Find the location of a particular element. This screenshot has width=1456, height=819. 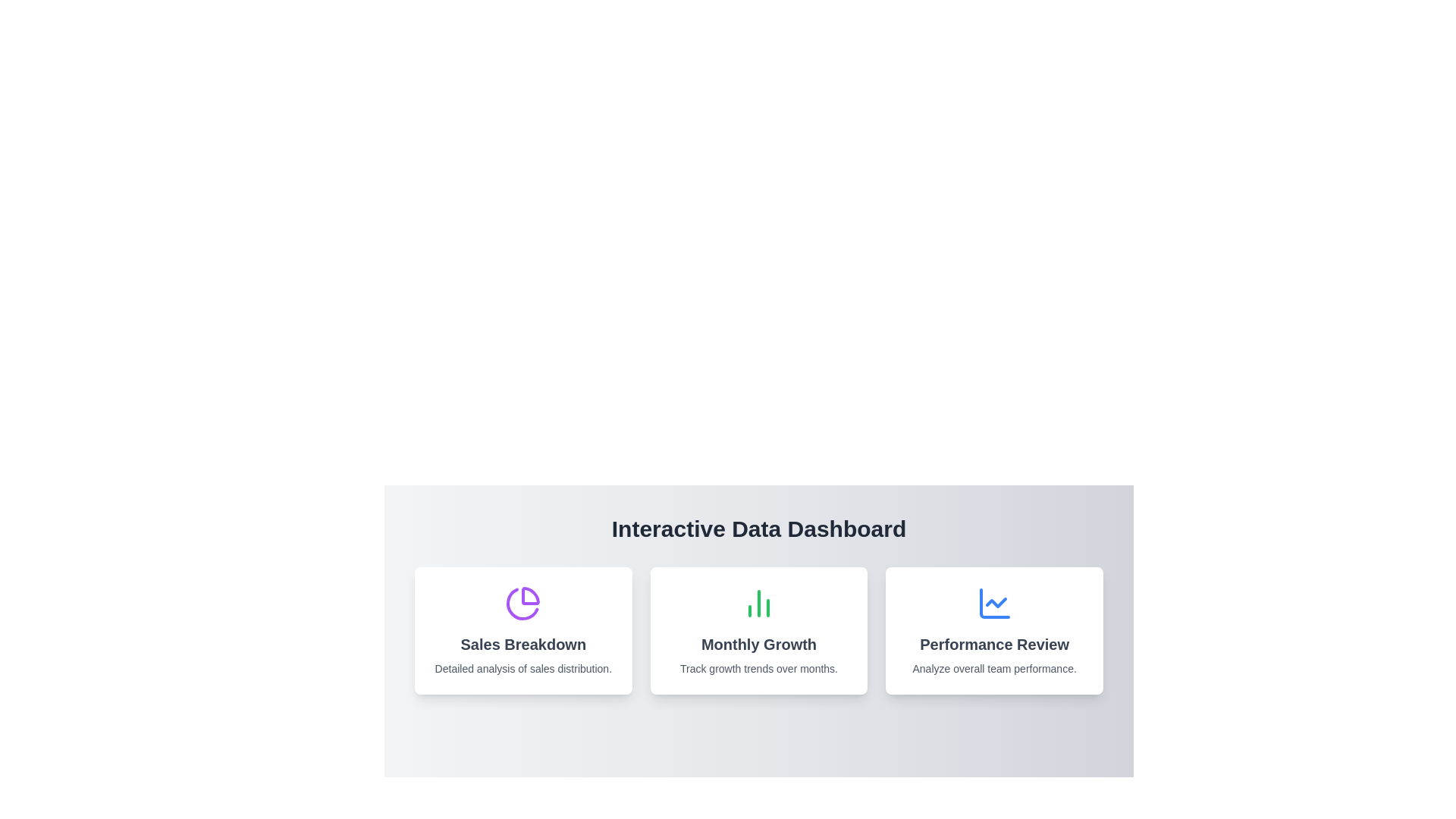

the 'Sales Breakdown' pie chart icon located at the top of the 'Sales Breakdown' card, which is the leftmost of three horizontally aligned cards is located at coordinates (523, 602).